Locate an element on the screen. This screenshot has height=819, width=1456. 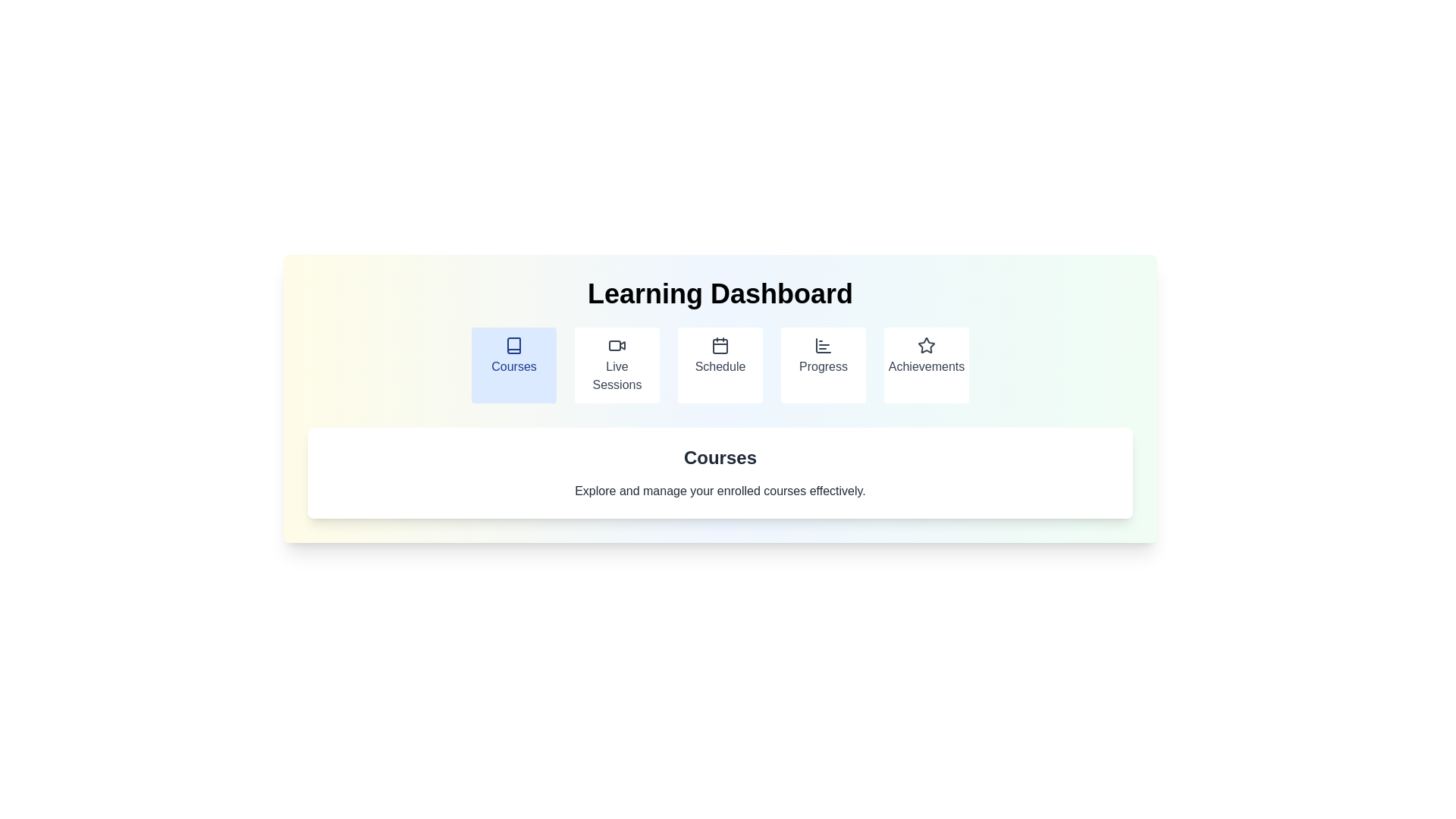
the calendar-like icon in the 'Schedule' section, which is the upper icon of the third tab in the horizontal navigation bar is located at coordinates (720, 345).